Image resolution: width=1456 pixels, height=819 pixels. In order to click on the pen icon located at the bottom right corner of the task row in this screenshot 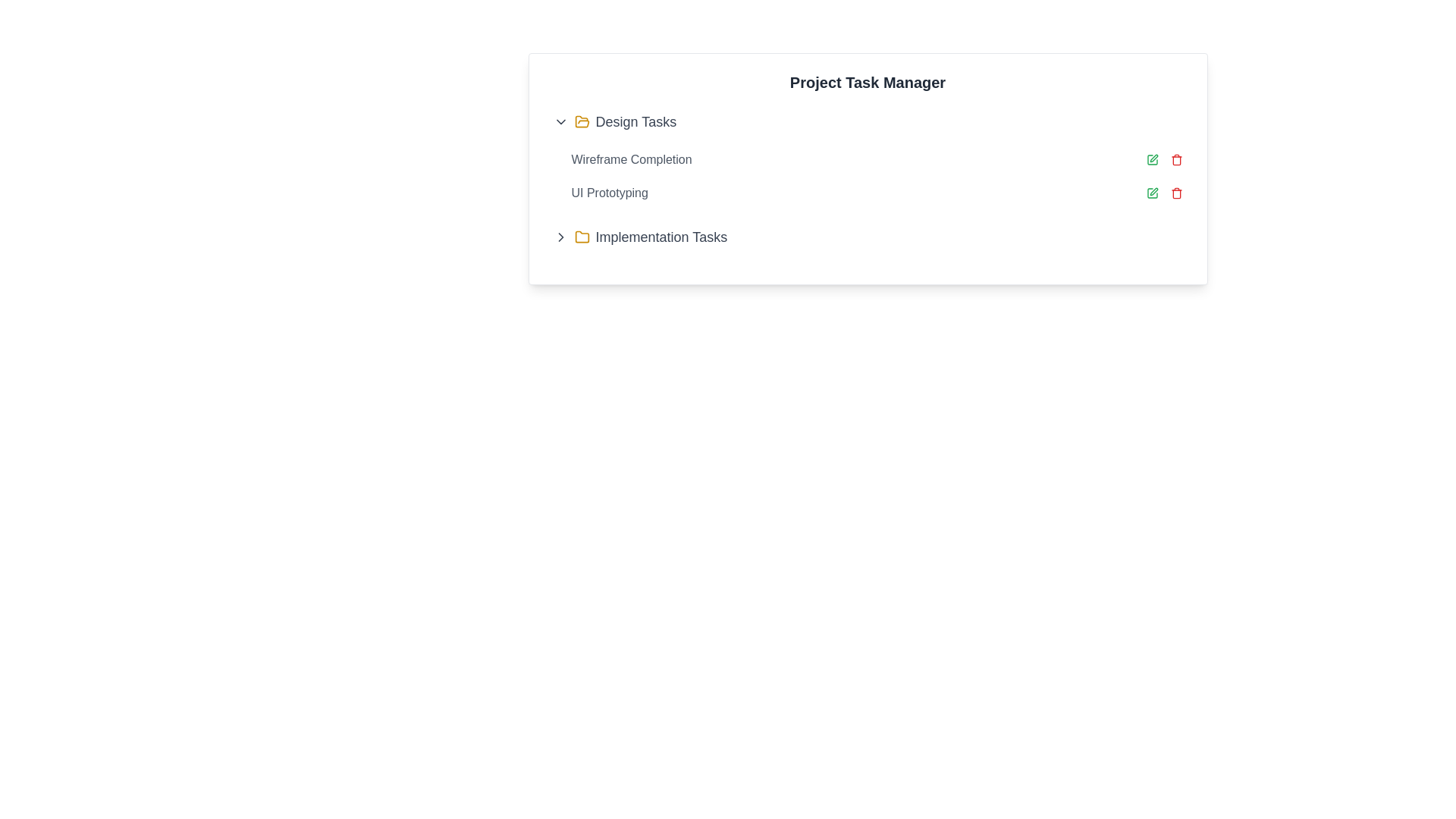, I will do `click(1153, 191)`.